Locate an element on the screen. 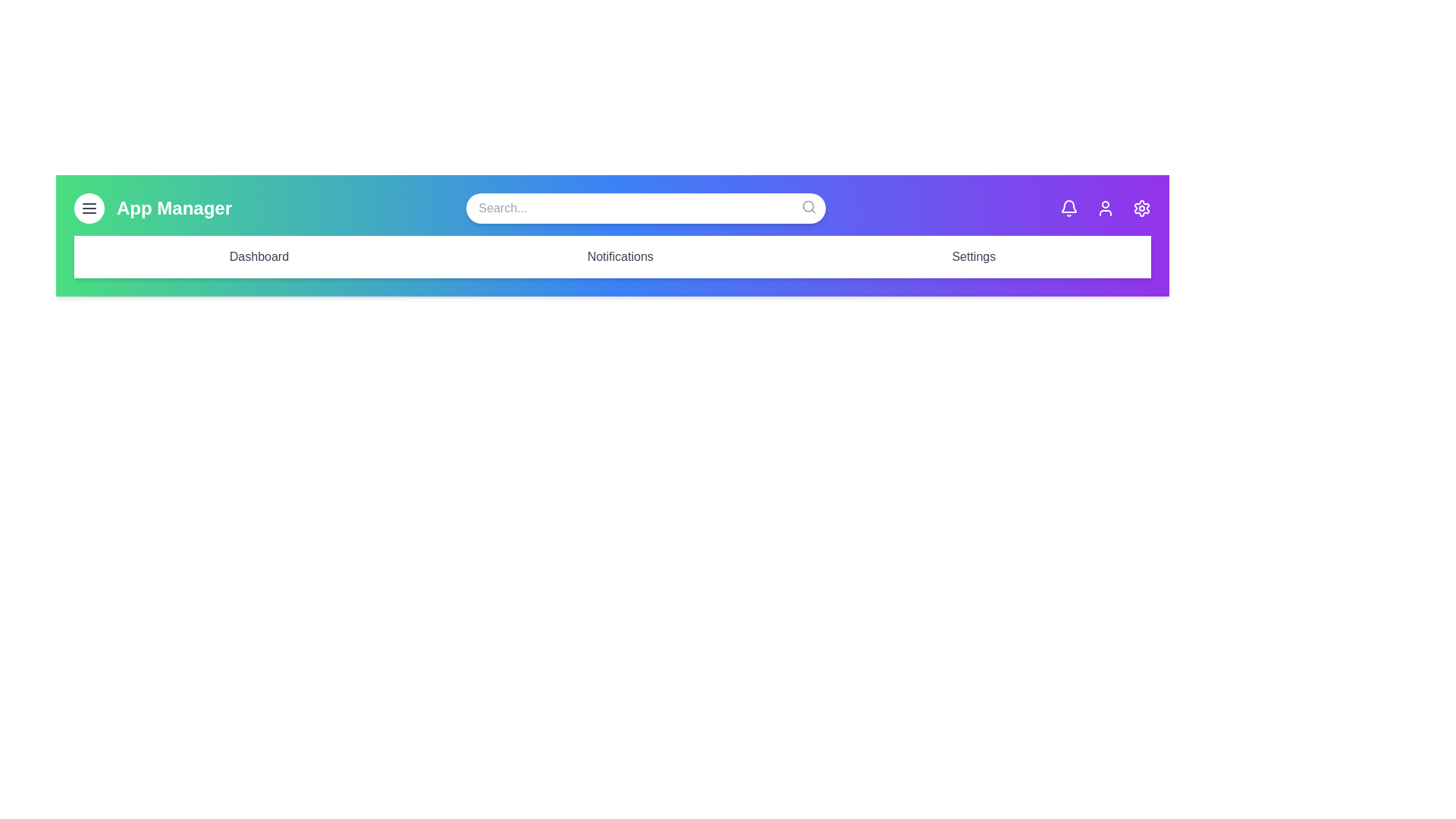 Image resolution: width=1456 pixels, height=819 pixels. the User icon in the top right corner of the StyledAppBar component is located at coordinates (1106, 208).